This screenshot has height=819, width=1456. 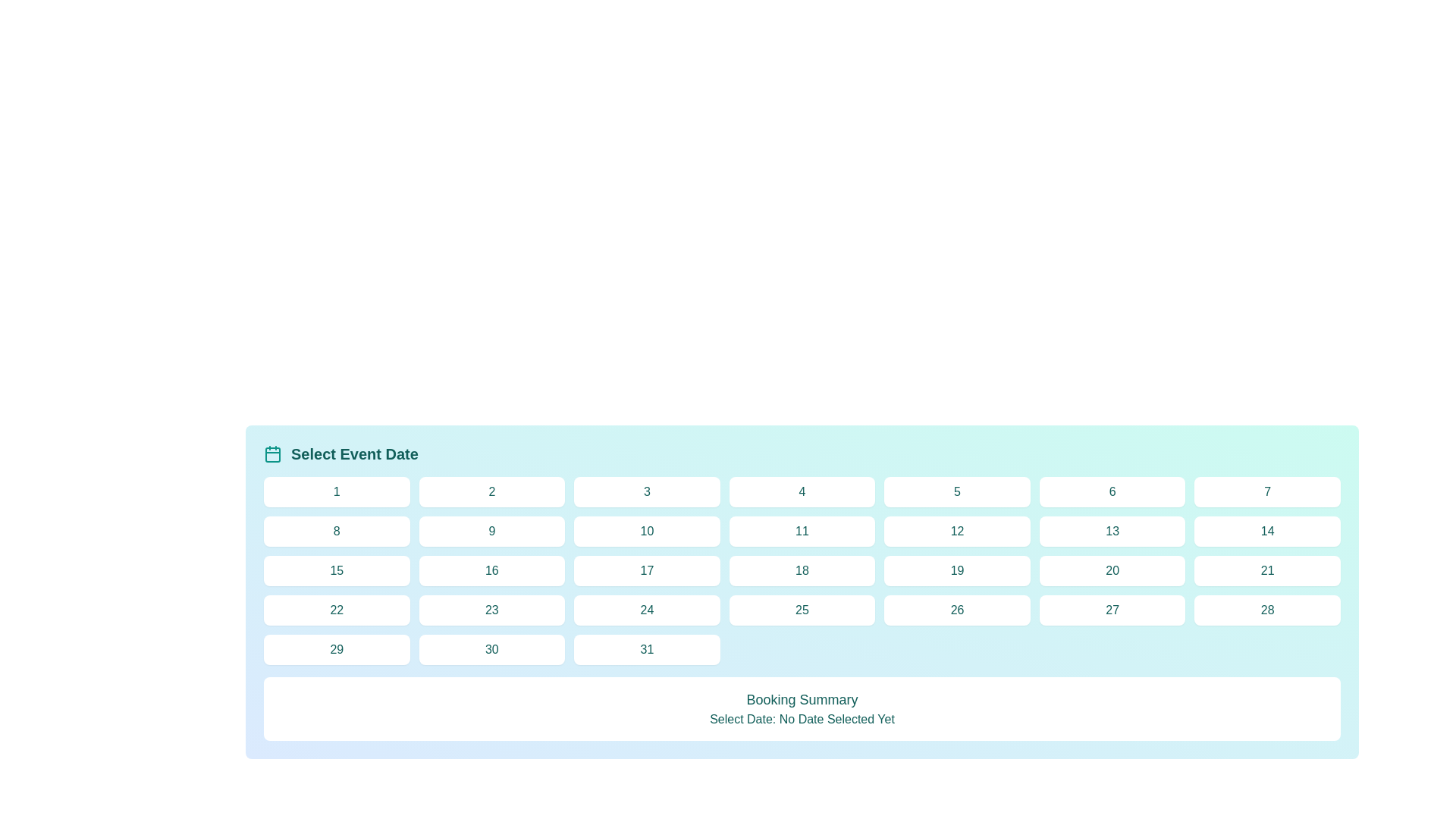 What do you see at coordinates (336, 610) in the screenshot?
I see `the button` at bounding box center [336, 610].